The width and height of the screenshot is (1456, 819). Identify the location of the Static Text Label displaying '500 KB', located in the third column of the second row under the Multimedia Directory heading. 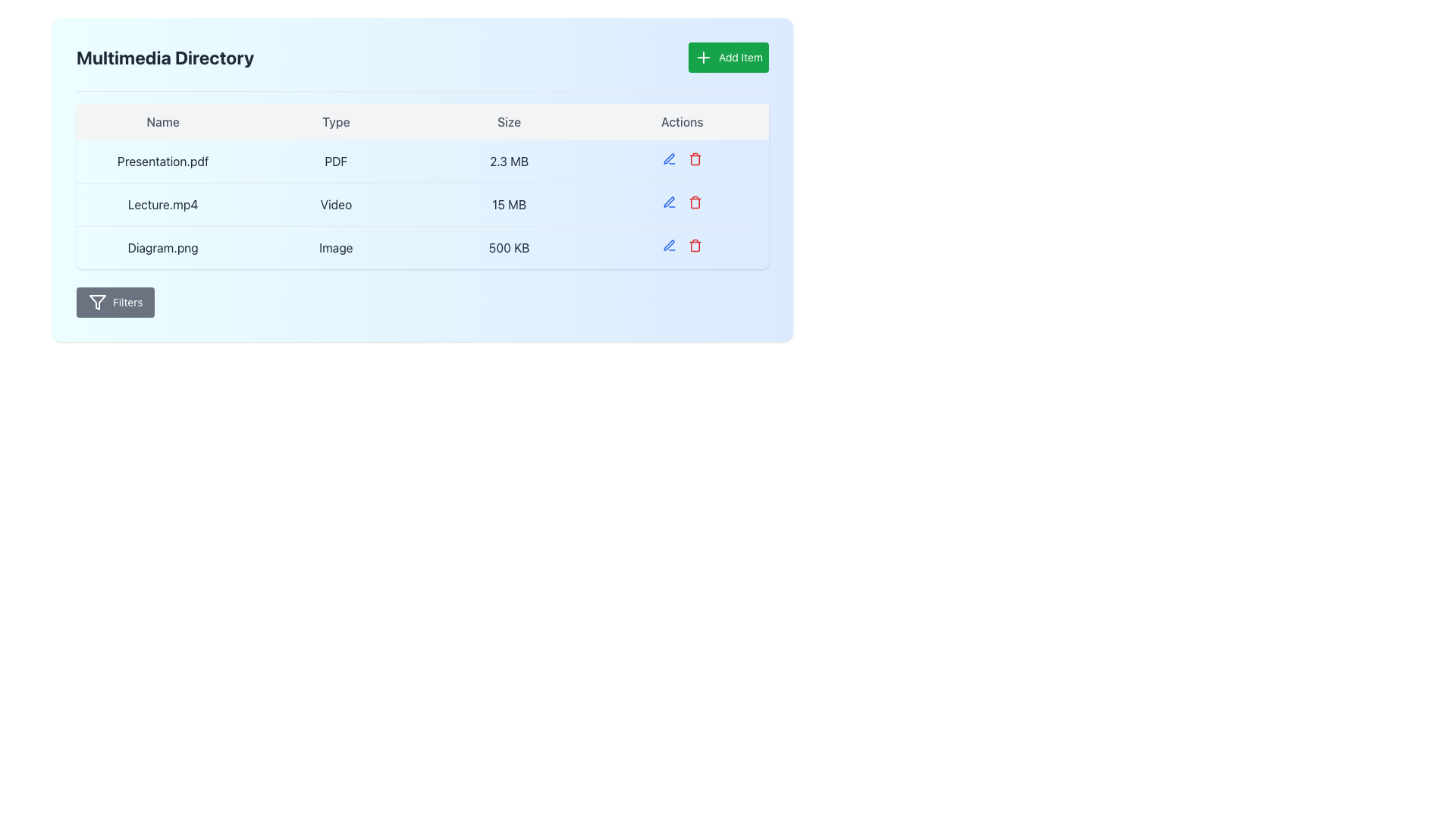
(509, 246).